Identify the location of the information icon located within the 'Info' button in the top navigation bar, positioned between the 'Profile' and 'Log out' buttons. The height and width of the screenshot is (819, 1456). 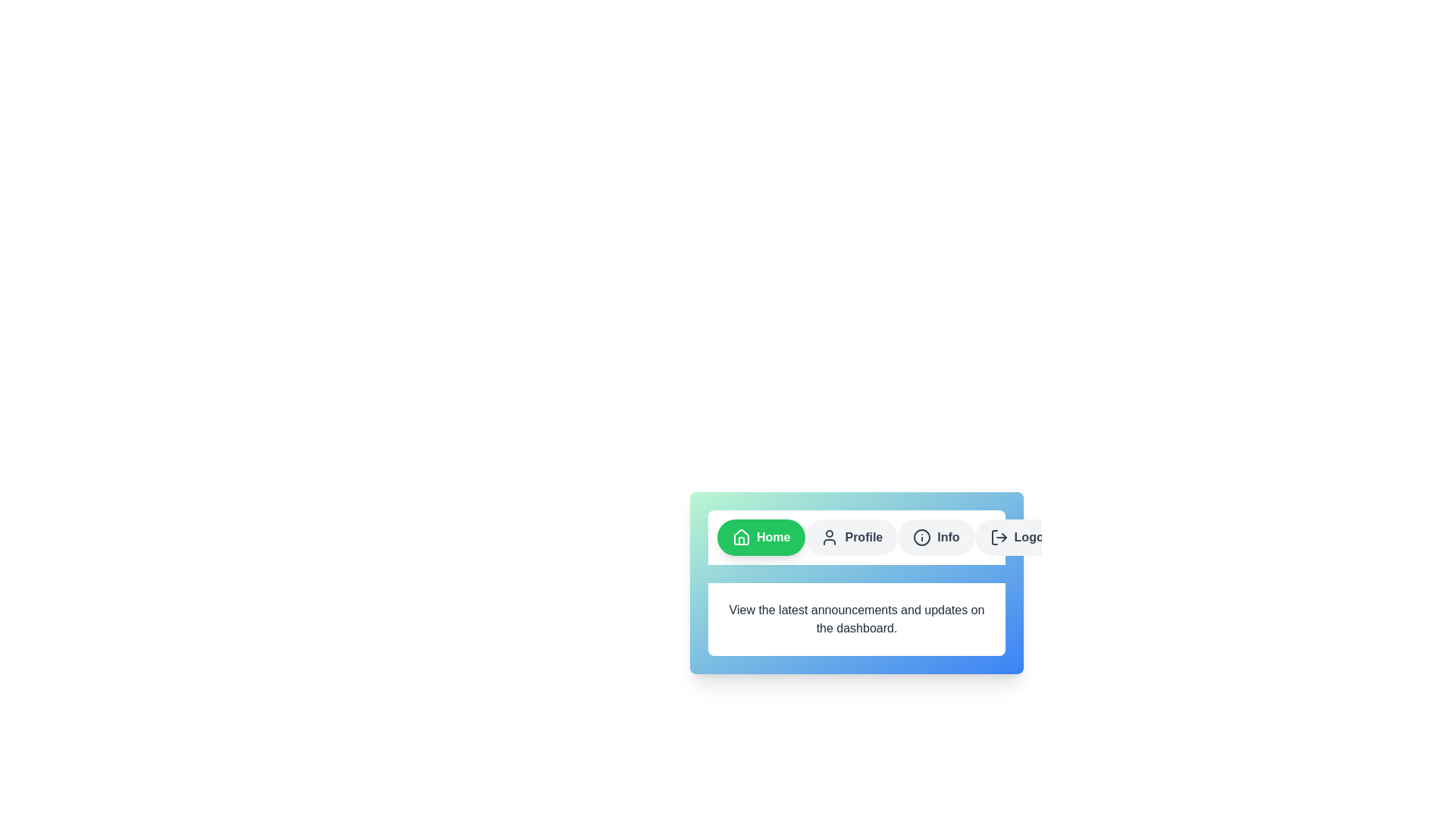
(921, 537).